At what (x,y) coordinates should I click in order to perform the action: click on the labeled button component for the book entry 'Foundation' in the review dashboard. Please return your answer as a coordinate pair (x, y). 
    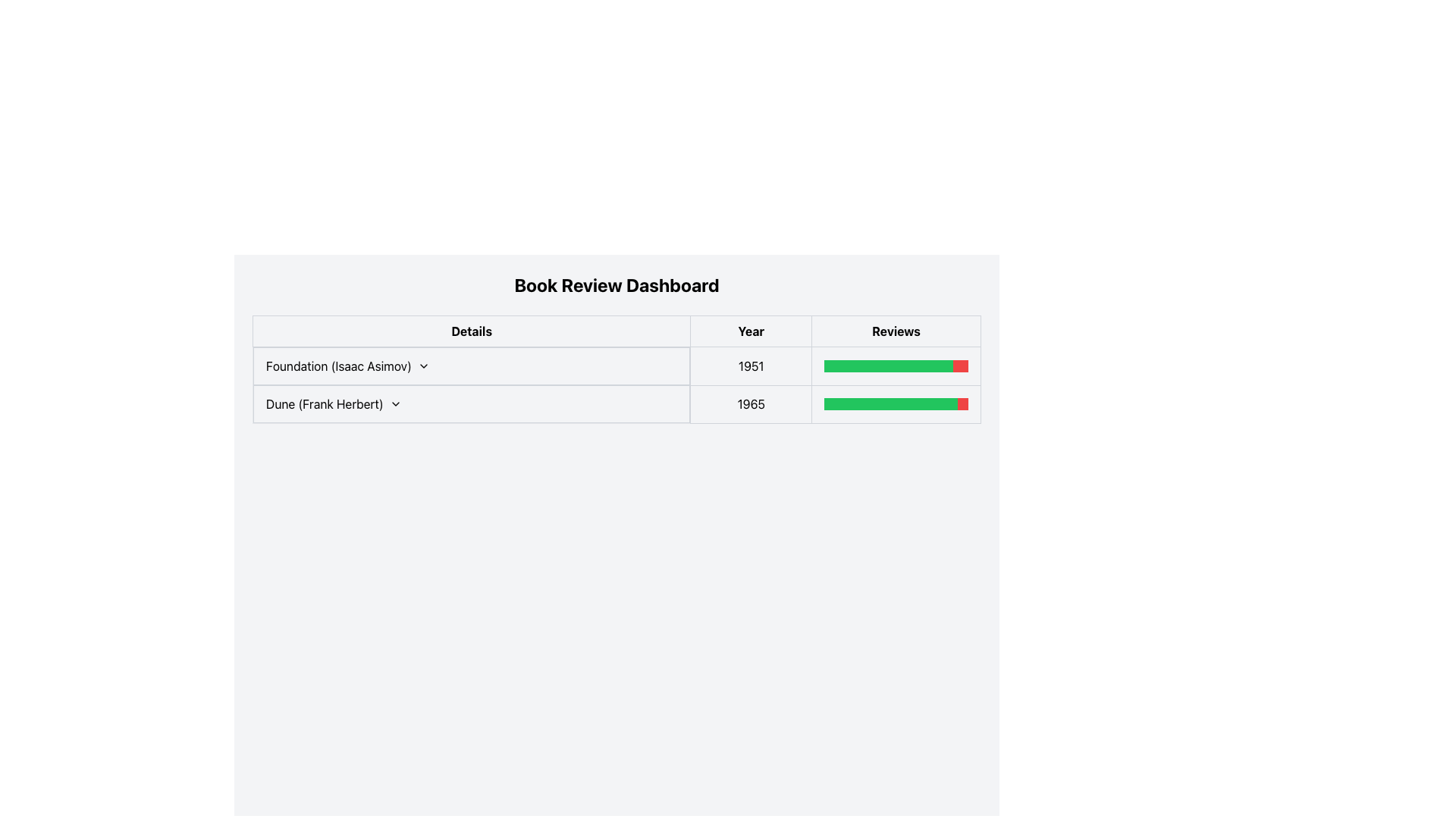
    Looking at the image, I should click on (471, 366).